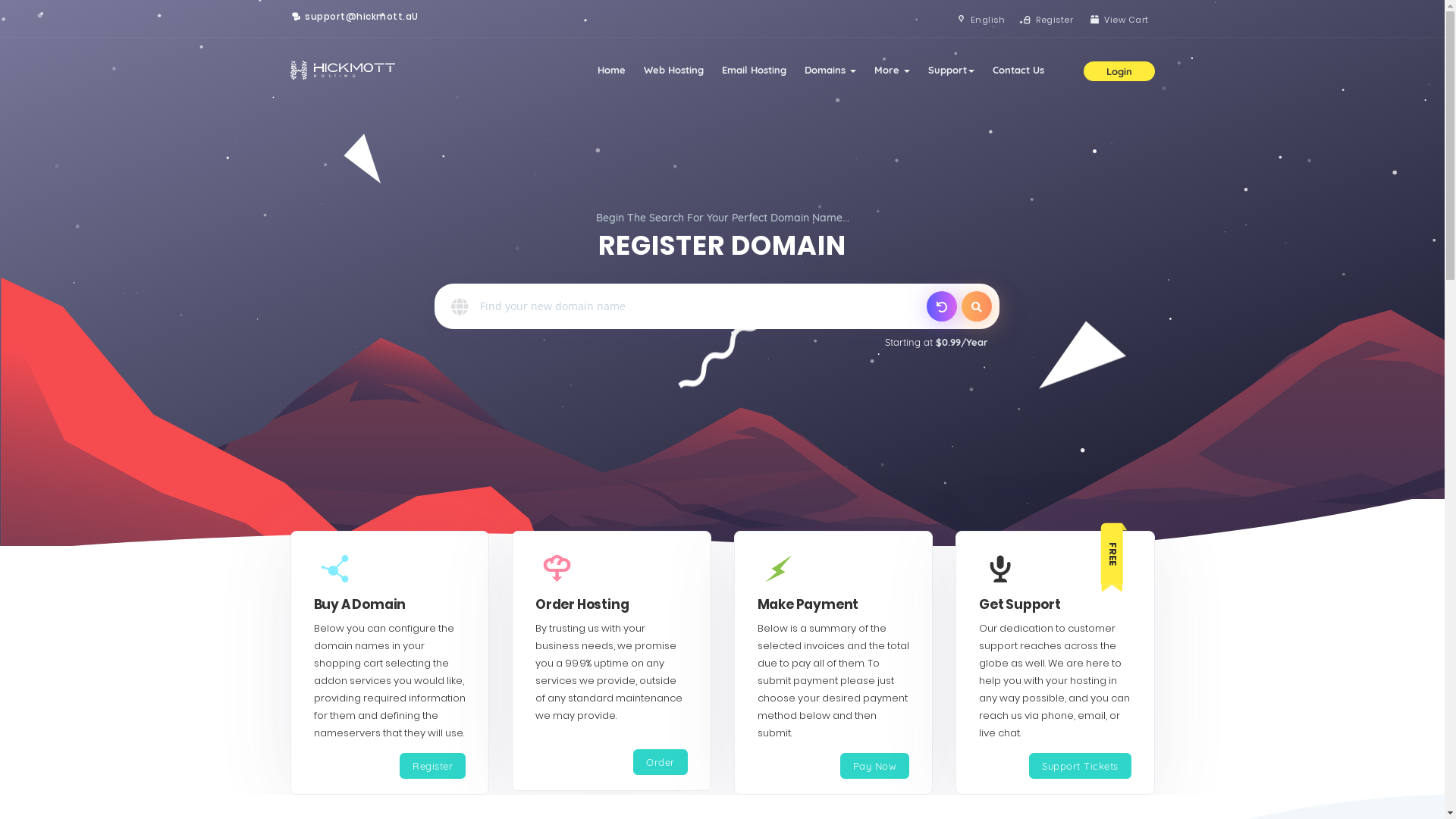  Describe the element at coordinates (1082, 70) in the screenshot. I see `'Login'` at that location.